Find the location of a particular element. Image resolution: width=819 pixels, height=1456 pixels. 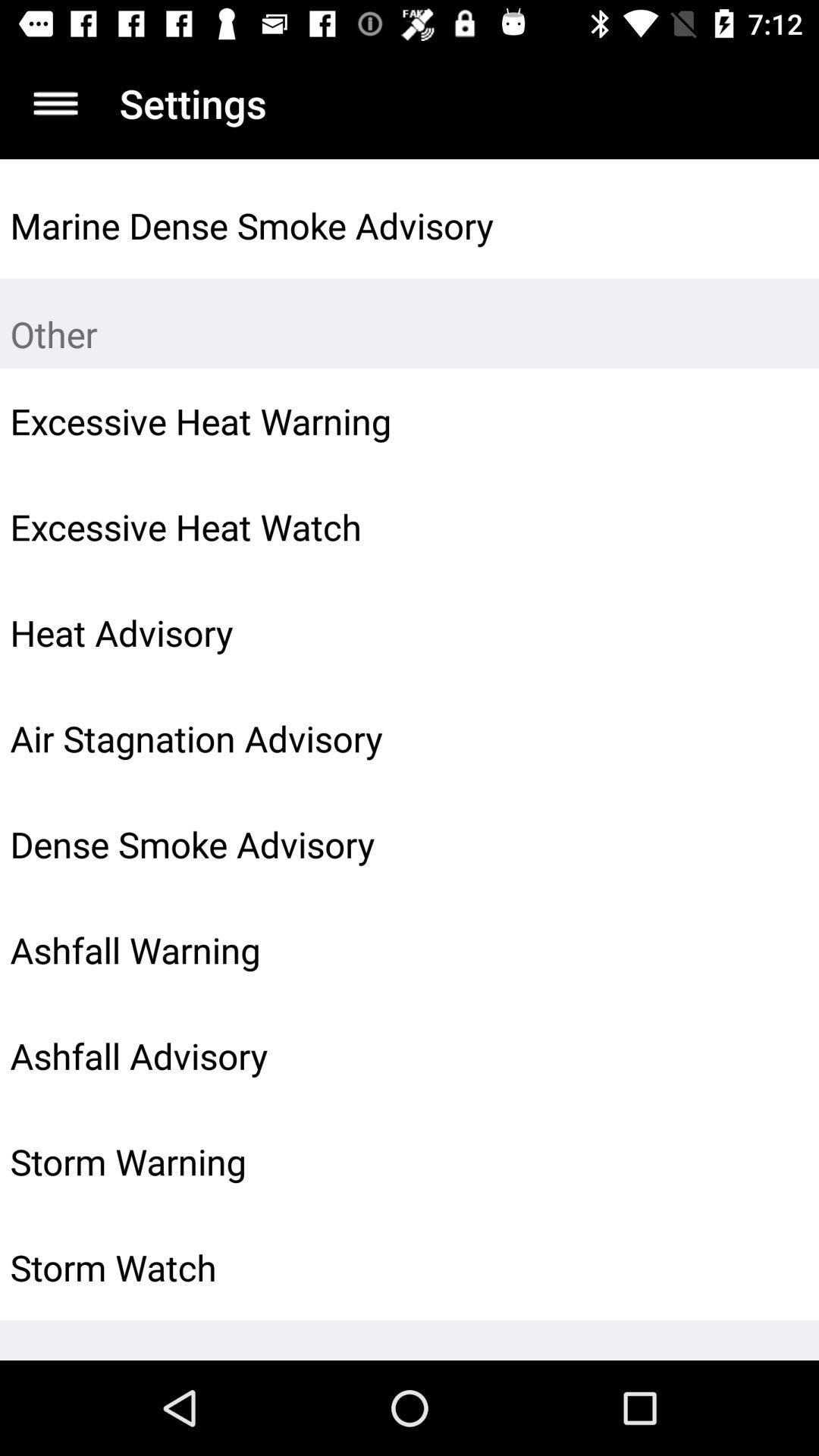

icon next to ashfall advisory icon is located at coordinates (771, 1055).